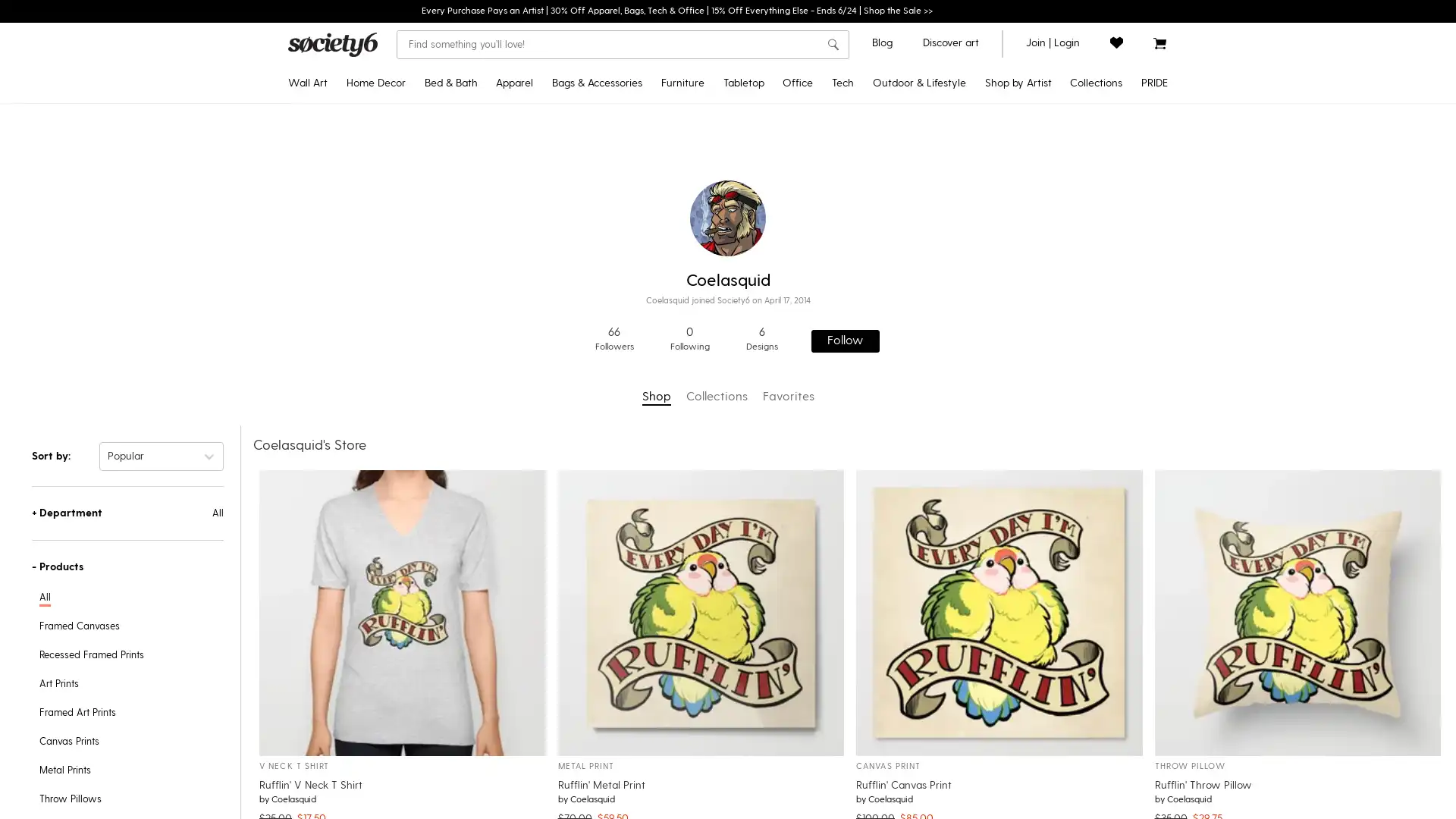 This screenshot has height=819, width=1456. Describe the element at coordinates (896, 243) in the screenshot. I see `Android Card Cases` at that location.